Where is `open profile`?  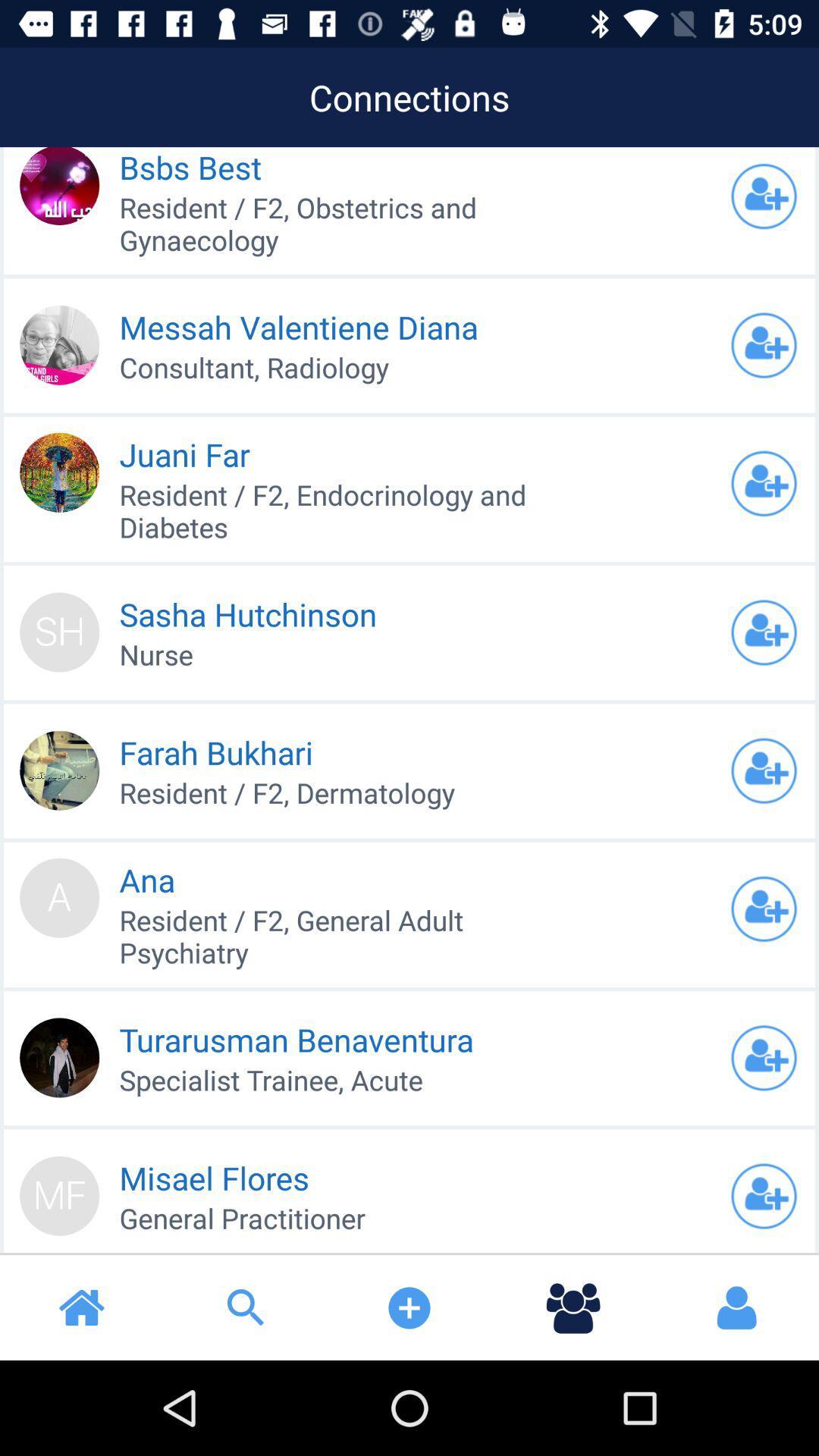
open profile is located at coordinates (764, 1057).